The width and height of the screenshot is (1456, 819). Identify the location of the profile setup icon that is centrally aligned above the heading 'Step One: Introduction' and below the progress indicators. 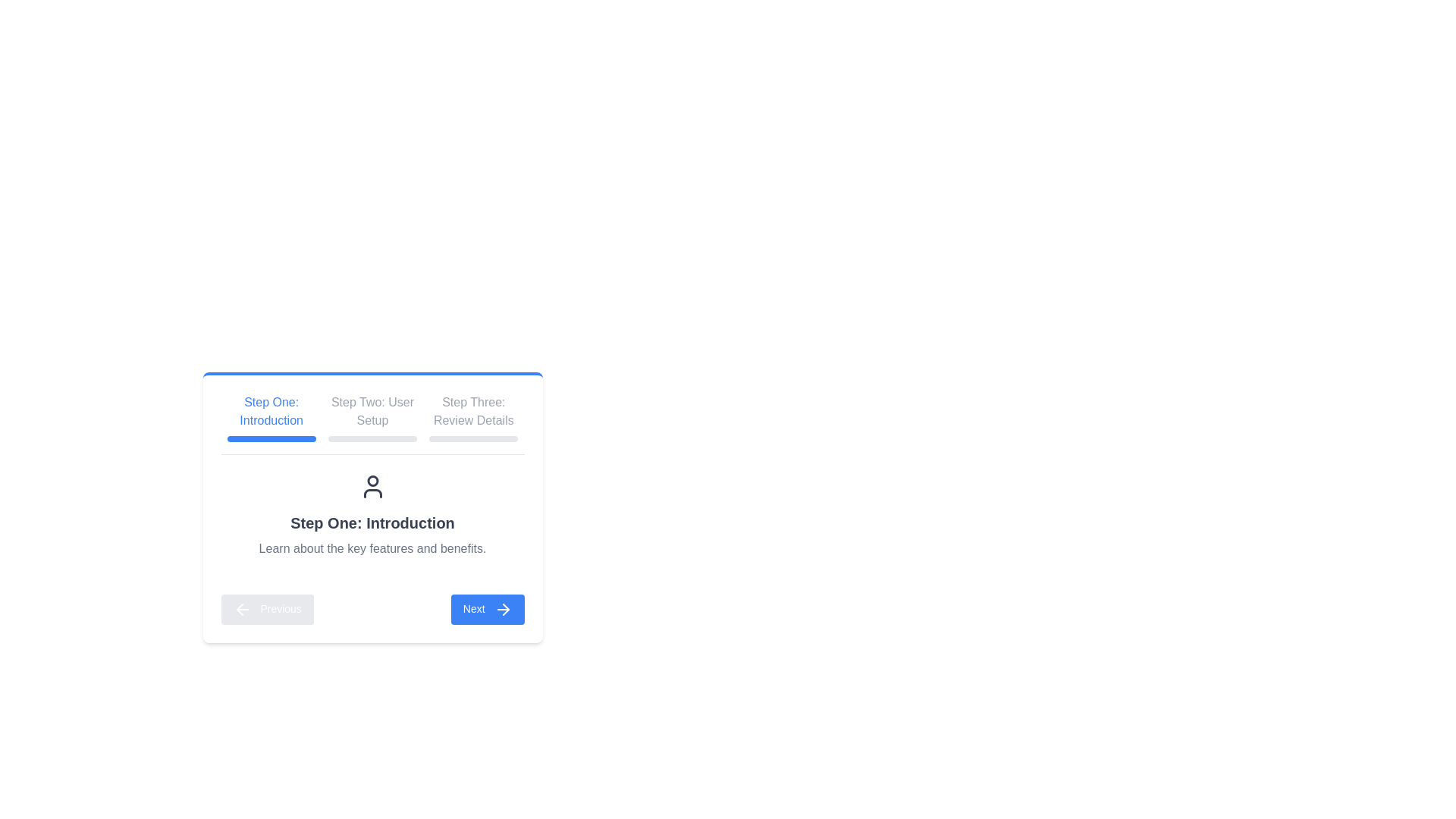
(372, 486).